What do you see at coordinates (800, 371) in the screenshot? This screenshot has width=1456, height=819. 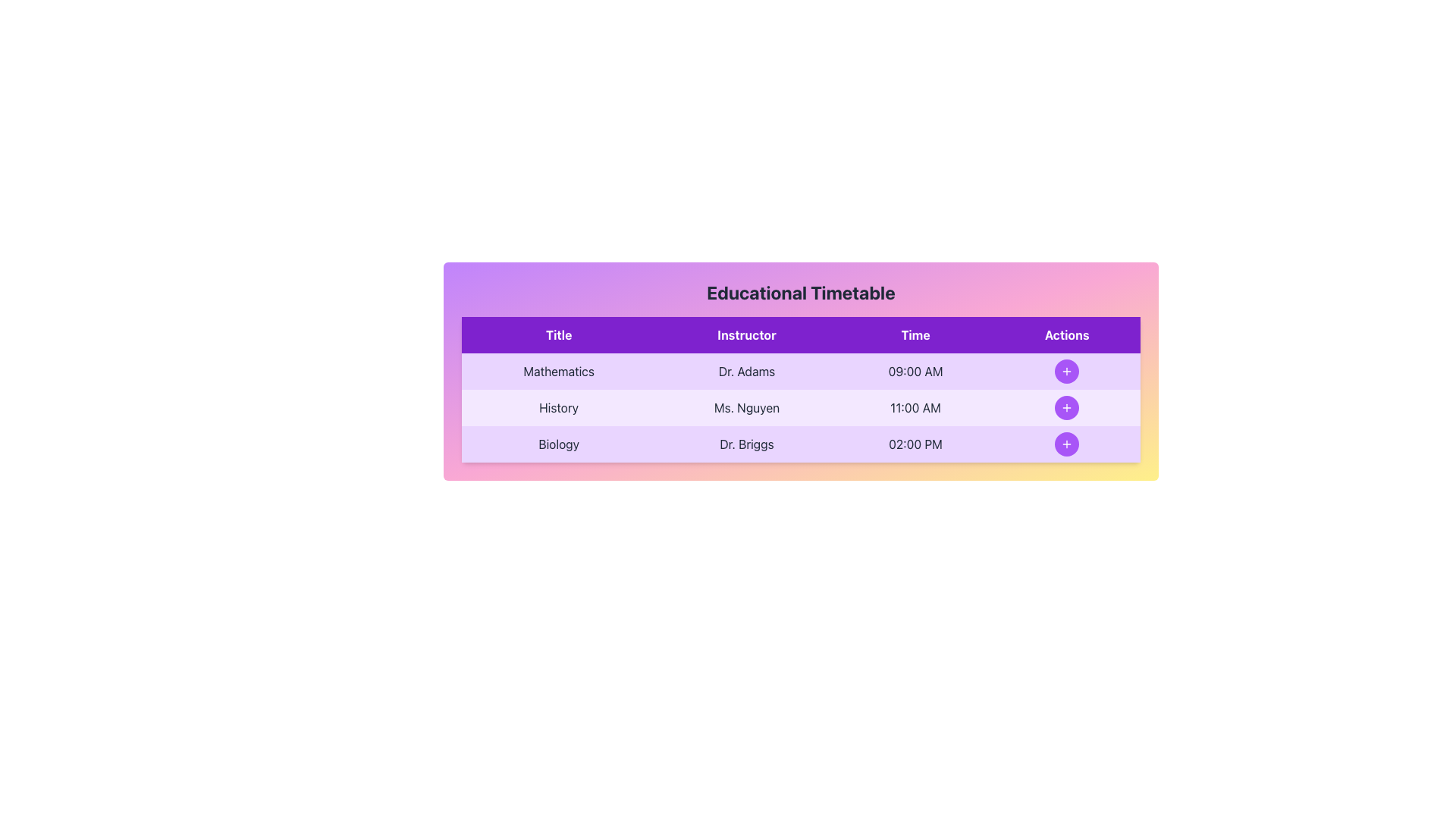 I see `any cell within the 'Educational Timetable' table to interact with the corresponding data` at bounding box center [800, 371].